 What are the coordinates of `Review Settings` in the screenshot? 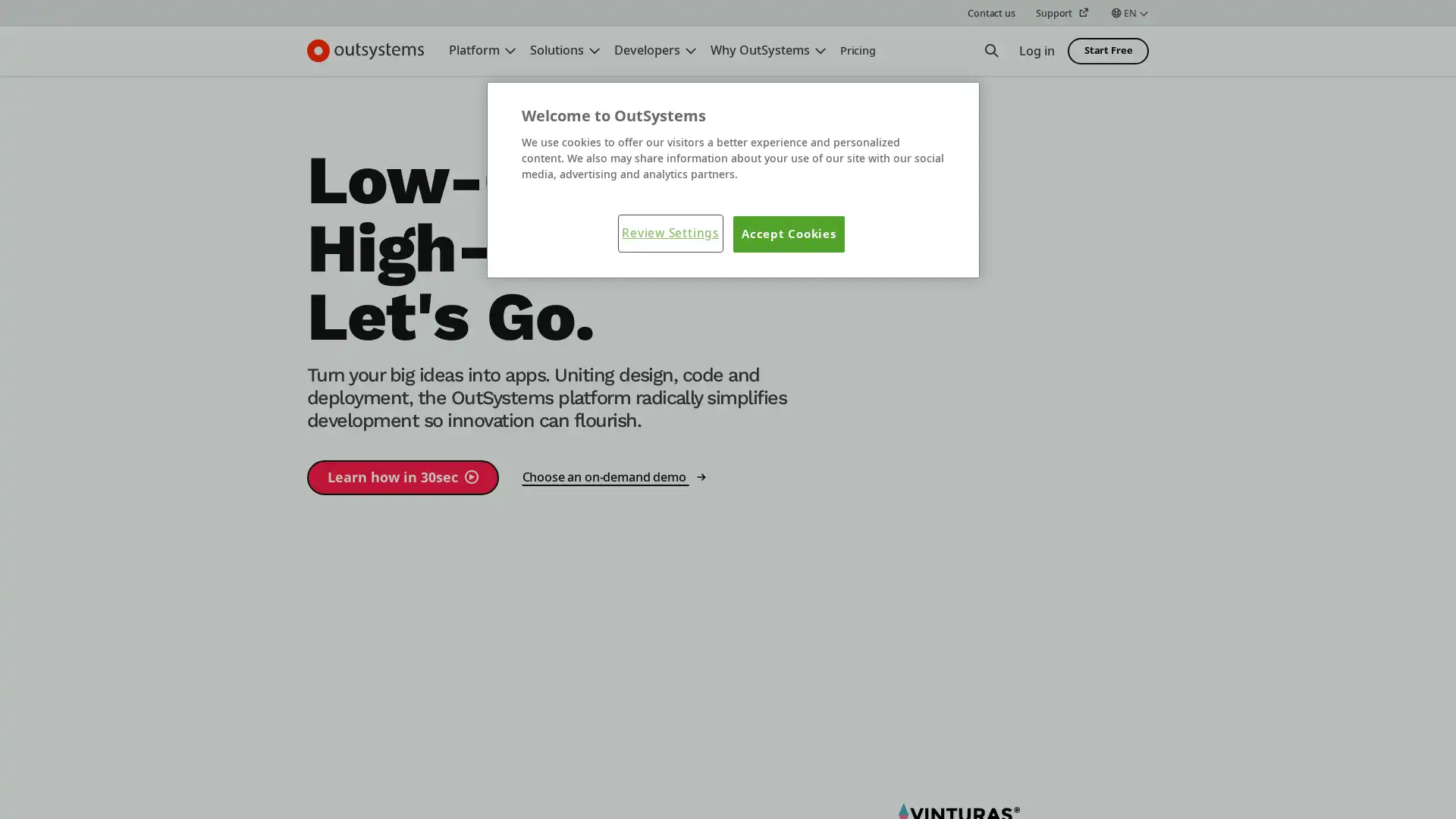 It's located at (669, 233).